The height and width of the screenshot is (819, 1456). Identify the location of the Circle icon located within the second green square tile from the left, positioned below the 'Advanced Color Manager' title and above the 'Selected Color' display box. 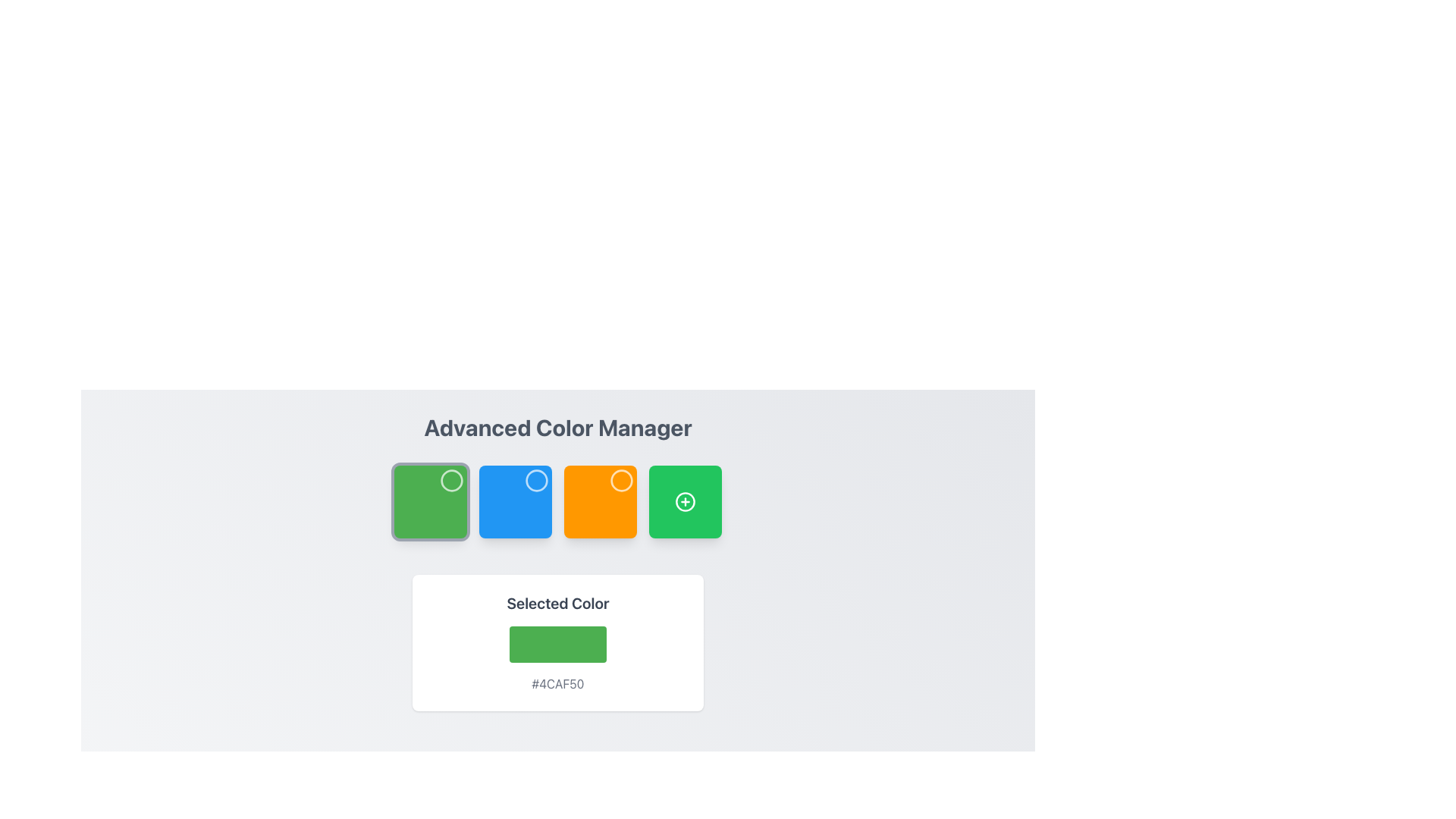
(450, 480).